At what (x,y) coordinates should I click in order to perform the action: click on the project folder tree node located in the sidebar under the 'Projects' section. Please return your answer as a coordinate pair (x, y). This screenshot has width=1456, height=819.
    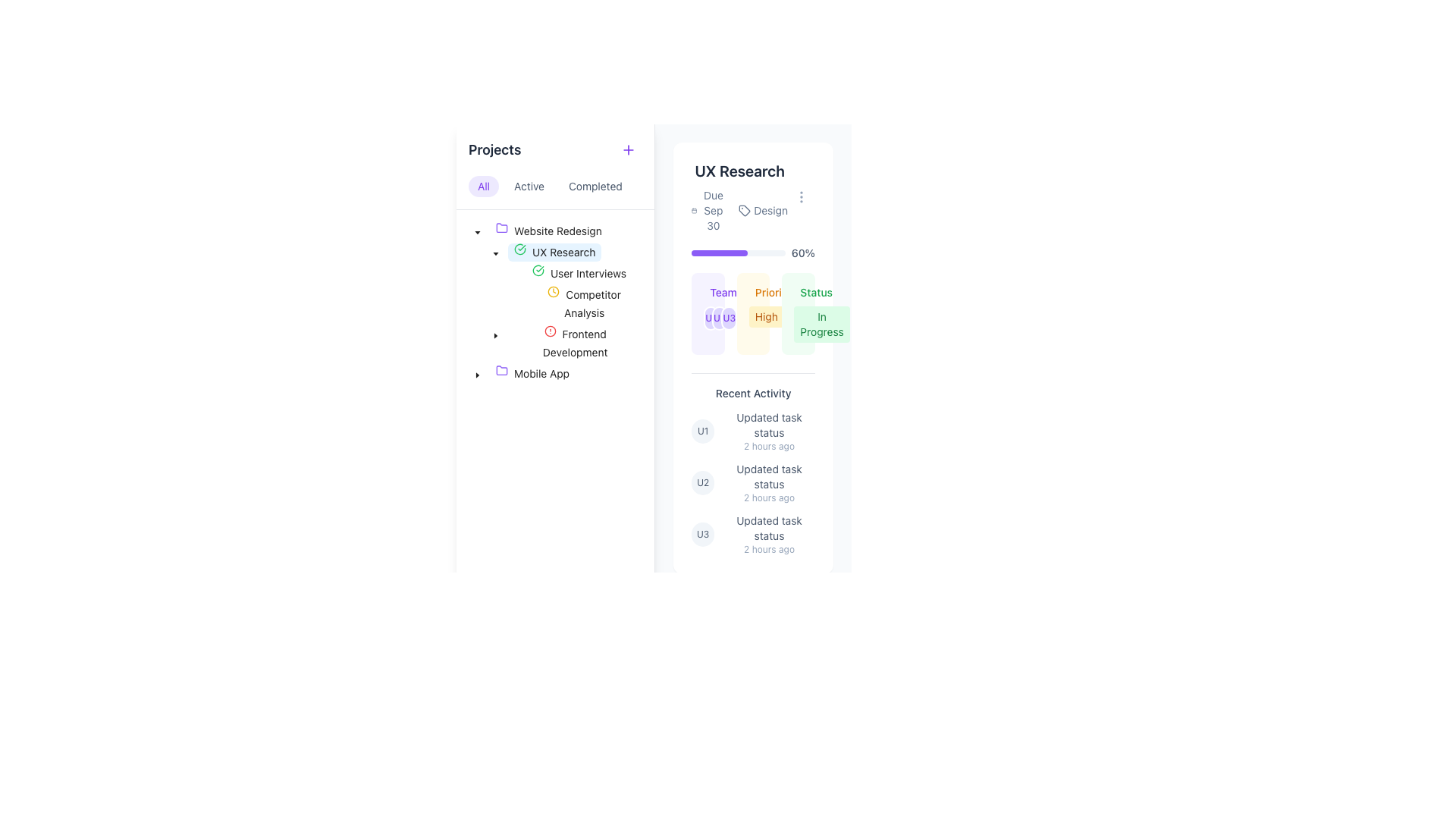
    Looking at the image, I should click on (548, 231).